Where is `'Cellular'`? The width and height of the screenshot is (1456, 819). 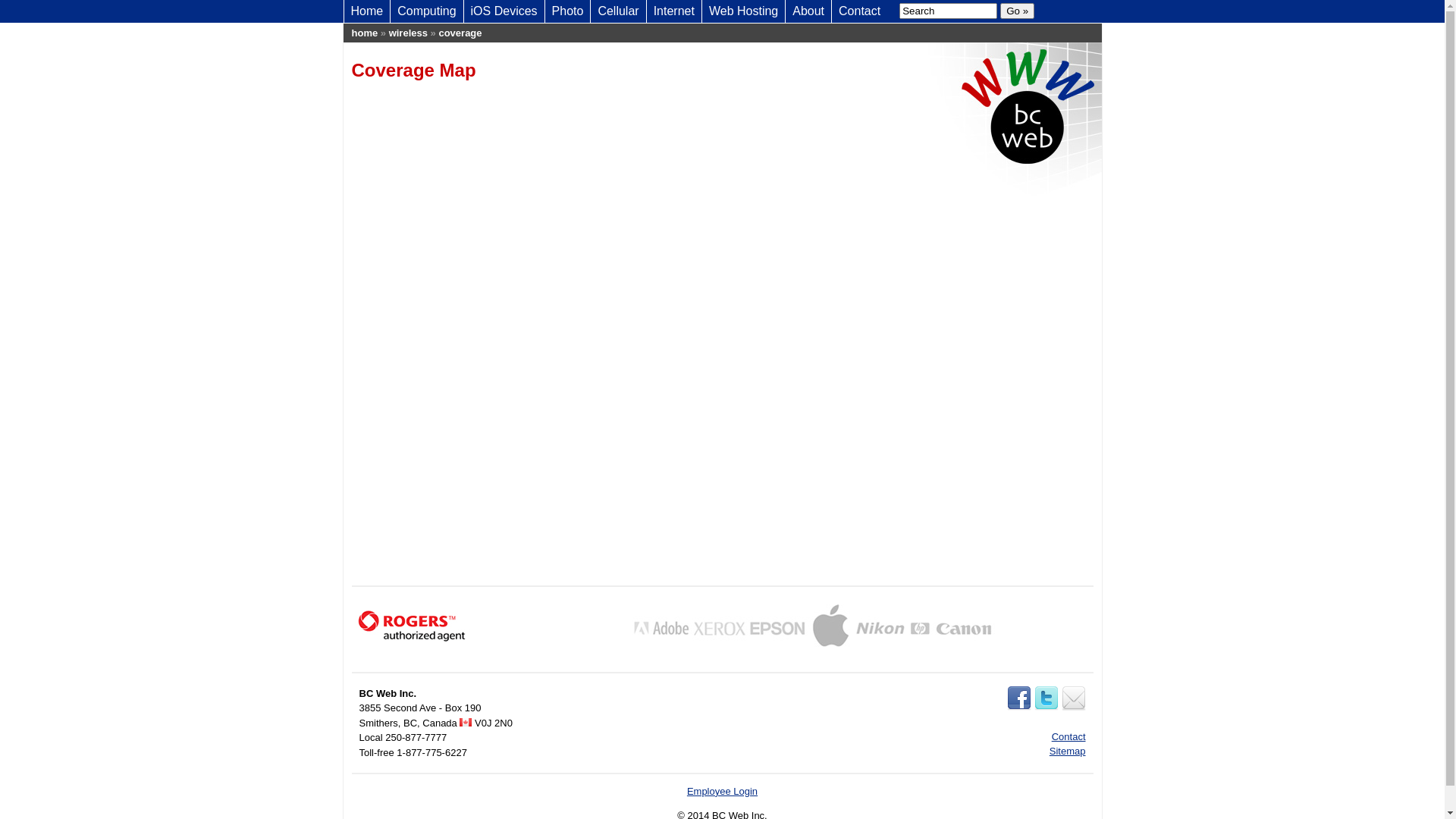 'Cellular' is located at coordinates (589, 11).